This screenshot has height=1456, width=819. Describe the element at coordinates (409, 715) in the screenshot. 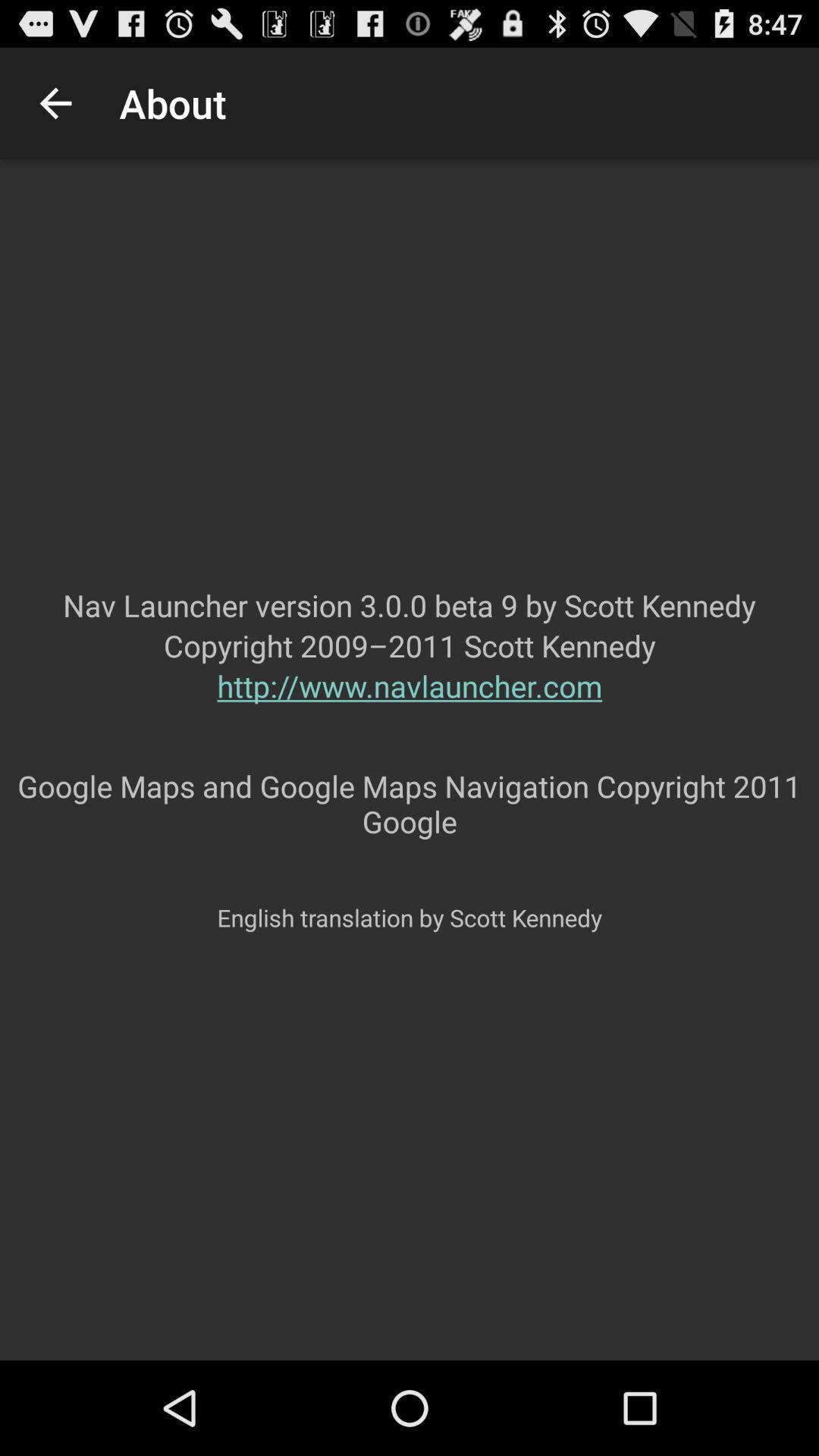

I see `the http www navlauncher item` at that location.